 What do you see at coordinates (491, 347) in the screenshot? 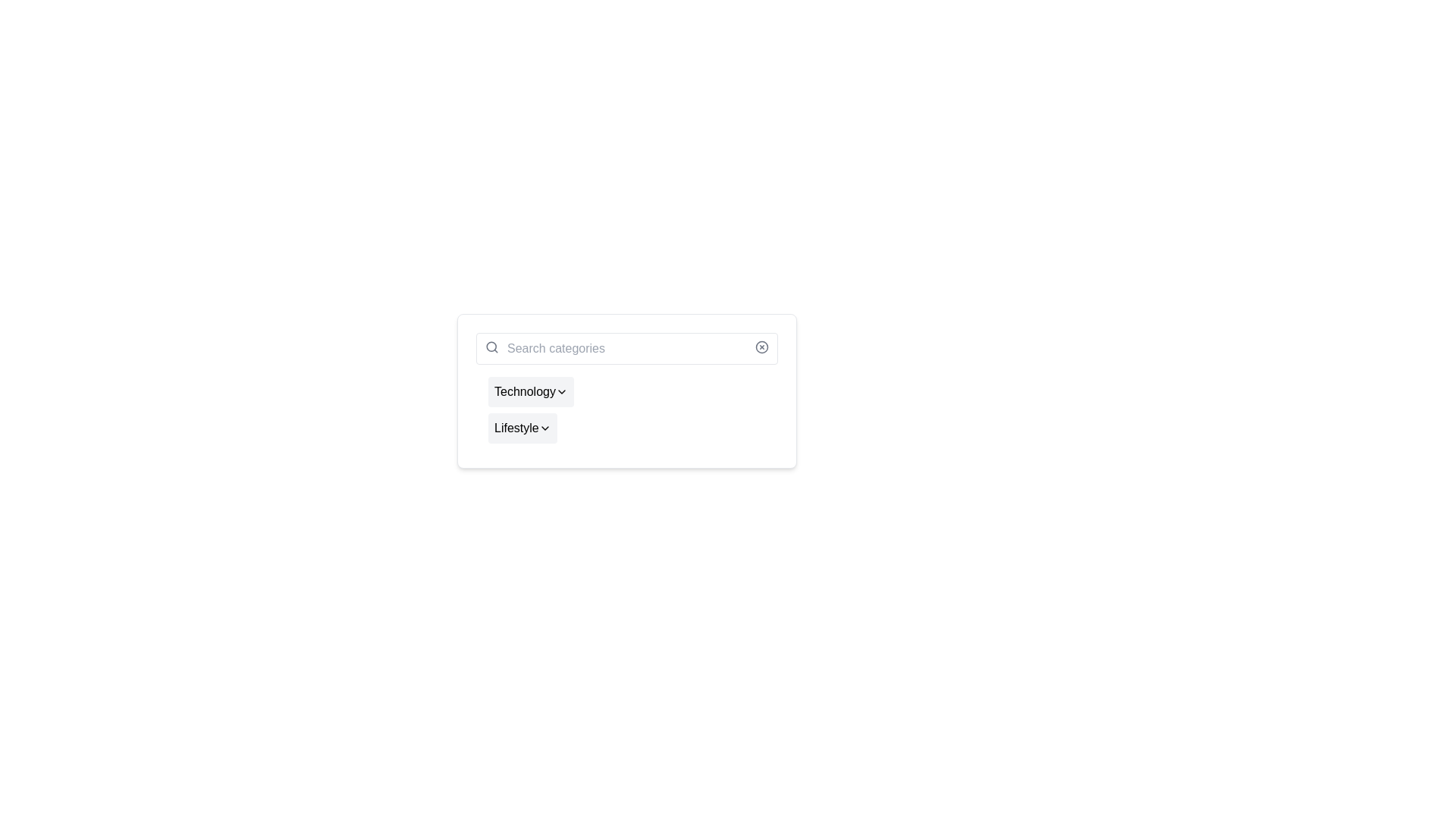
I see `the small gray circular graphic located in the upper-left corner of the 'Search categories' input field` at bounding box center [491, 347].